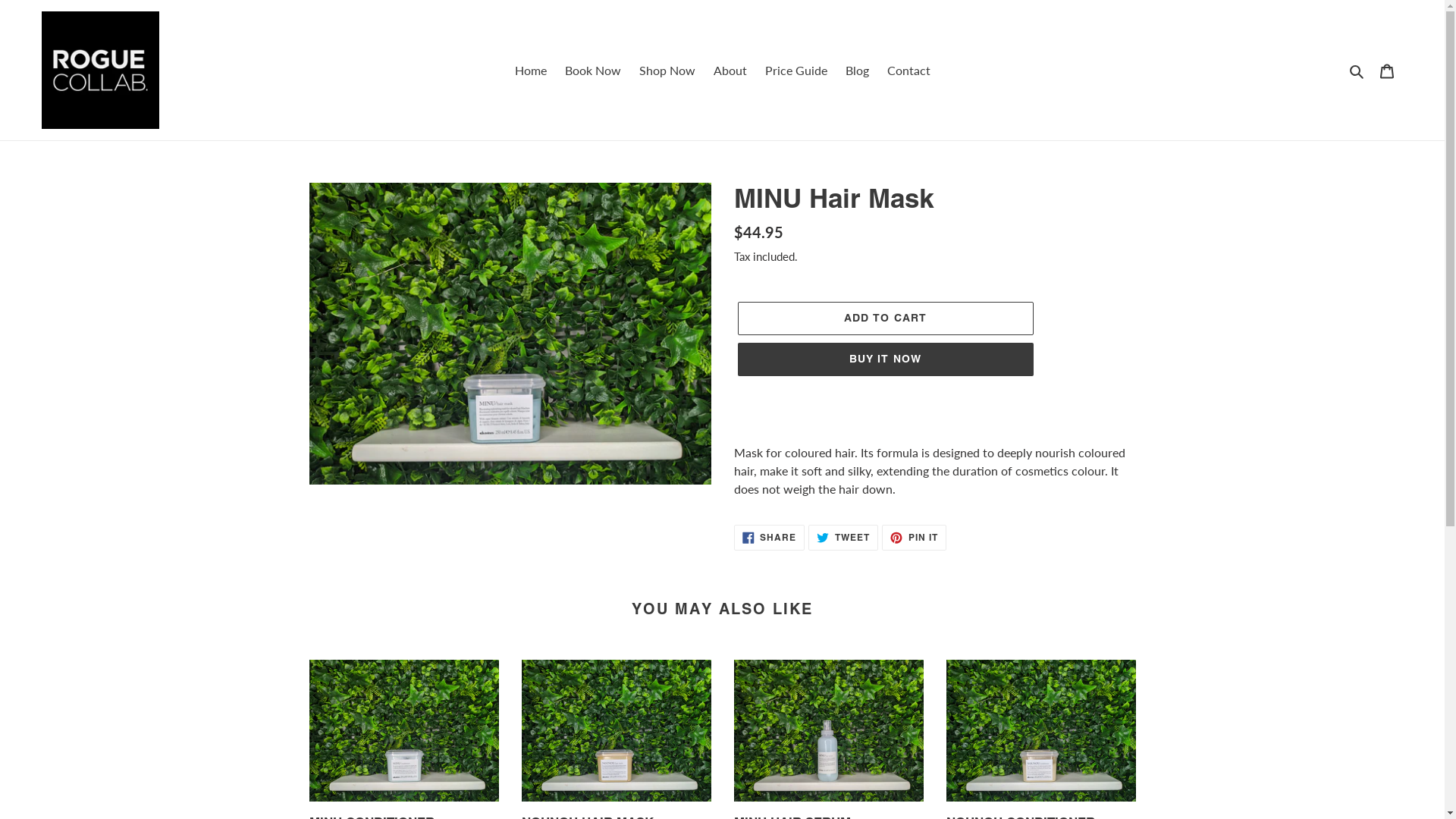  What do you see at coordinates (630, 70) in the screenshot?
I see `'Shop Now'` at bounding box center [630, 70].